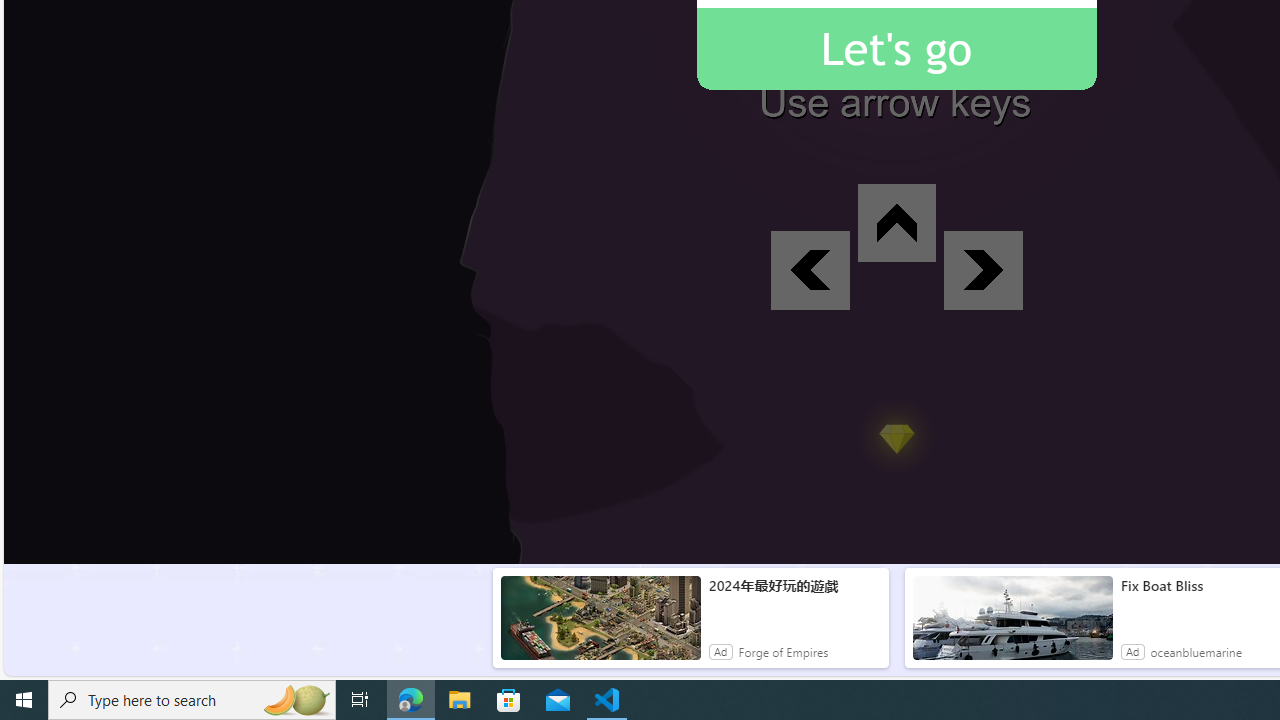 The height and width of the screenshot is (720, 1280). I want to click on 'Forge of Empires', so click(783, 651).